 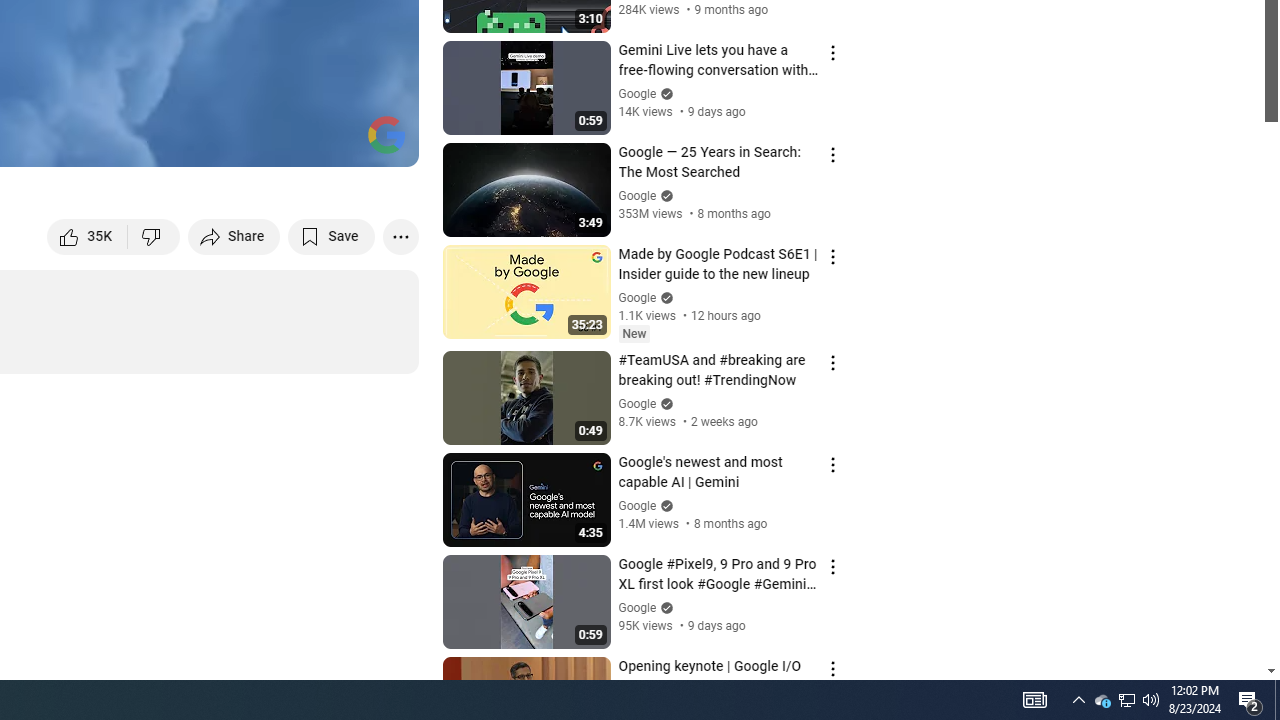 What do you see at coordinates (234, 235) in the screenshot?
I see `'Share'` at bounding box center [234, 235].